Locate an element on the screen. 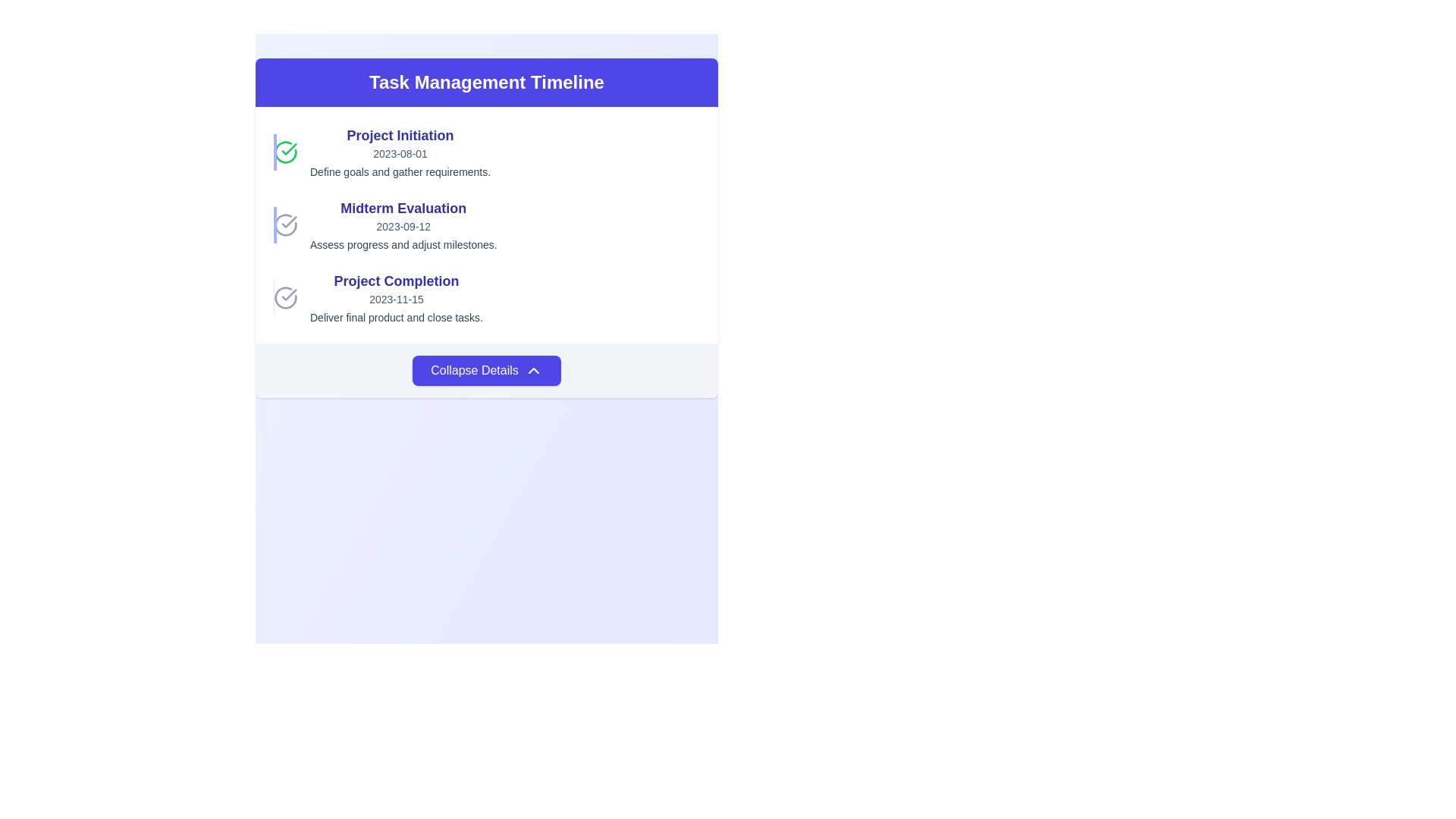 The width and height of the screenshot is (1456, 819). the Text Block displaying the task entry titled 'Project Completion', which includes the date '2023-11-15' and the description 'Deliver final product and close tasks.' is located at coordinates (397, 298).